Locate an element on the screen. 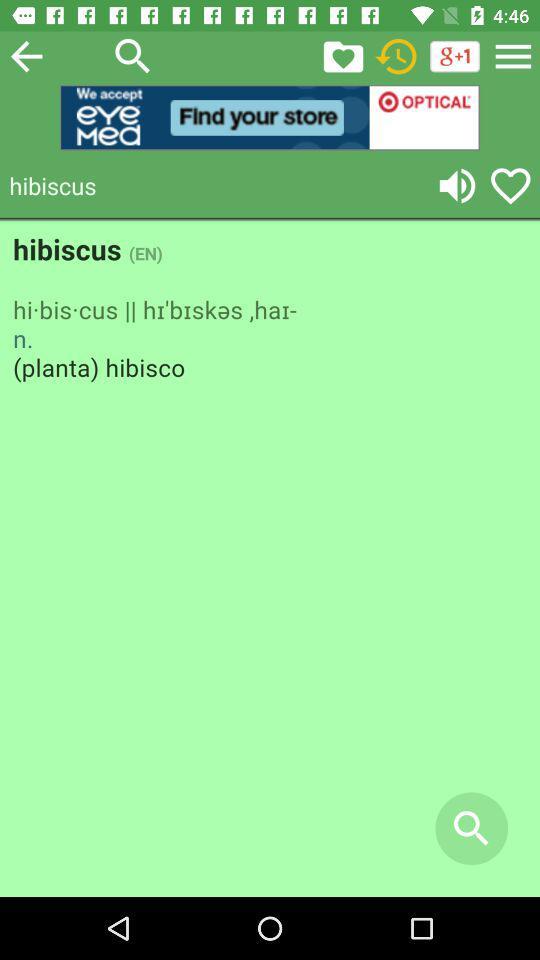 This screenshot has width=540, height=960. bookmark page is located at coordinates (342, 55).